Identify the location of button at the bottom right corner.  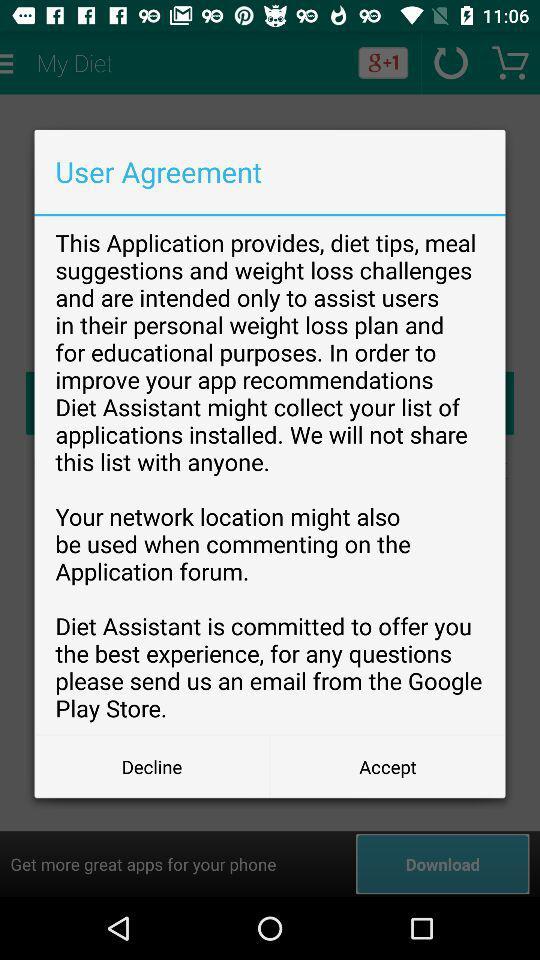
(387, 765).